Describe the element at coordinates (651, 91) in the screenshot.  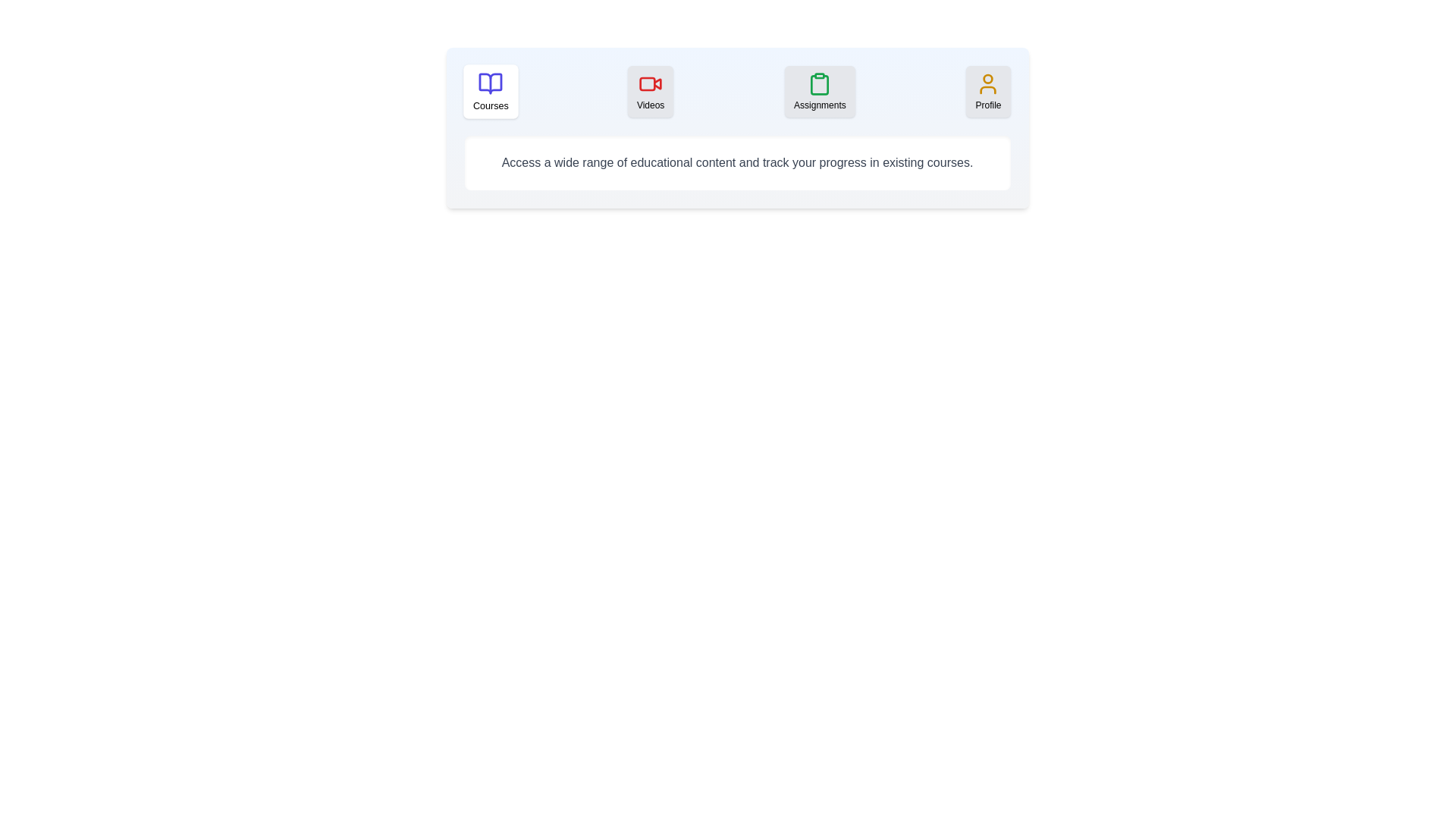
I see `the tab labeled Videos to observe its hover effect` at that location.